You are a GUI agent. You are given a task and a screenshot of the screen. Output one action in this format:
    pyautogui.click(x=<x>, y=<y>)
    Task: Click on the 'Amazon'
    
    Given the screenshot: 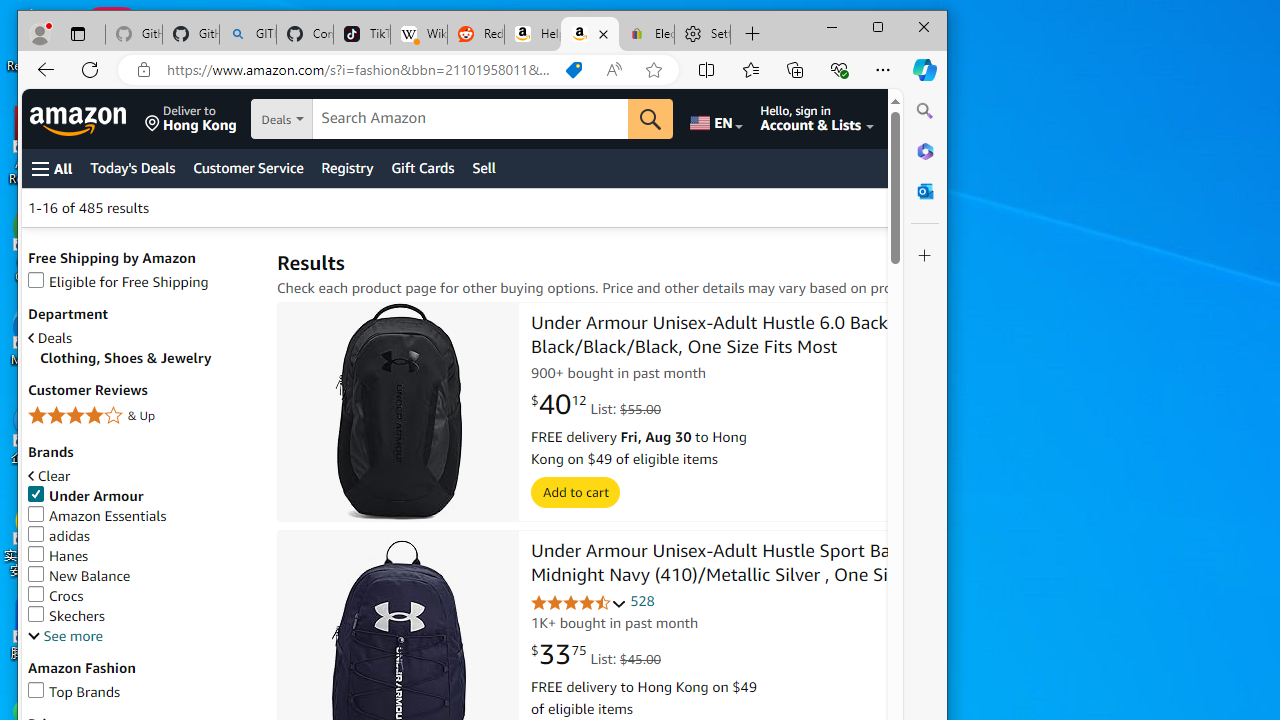 What is the action you would take?
    pyautogui.click(x=80, y=119)
    